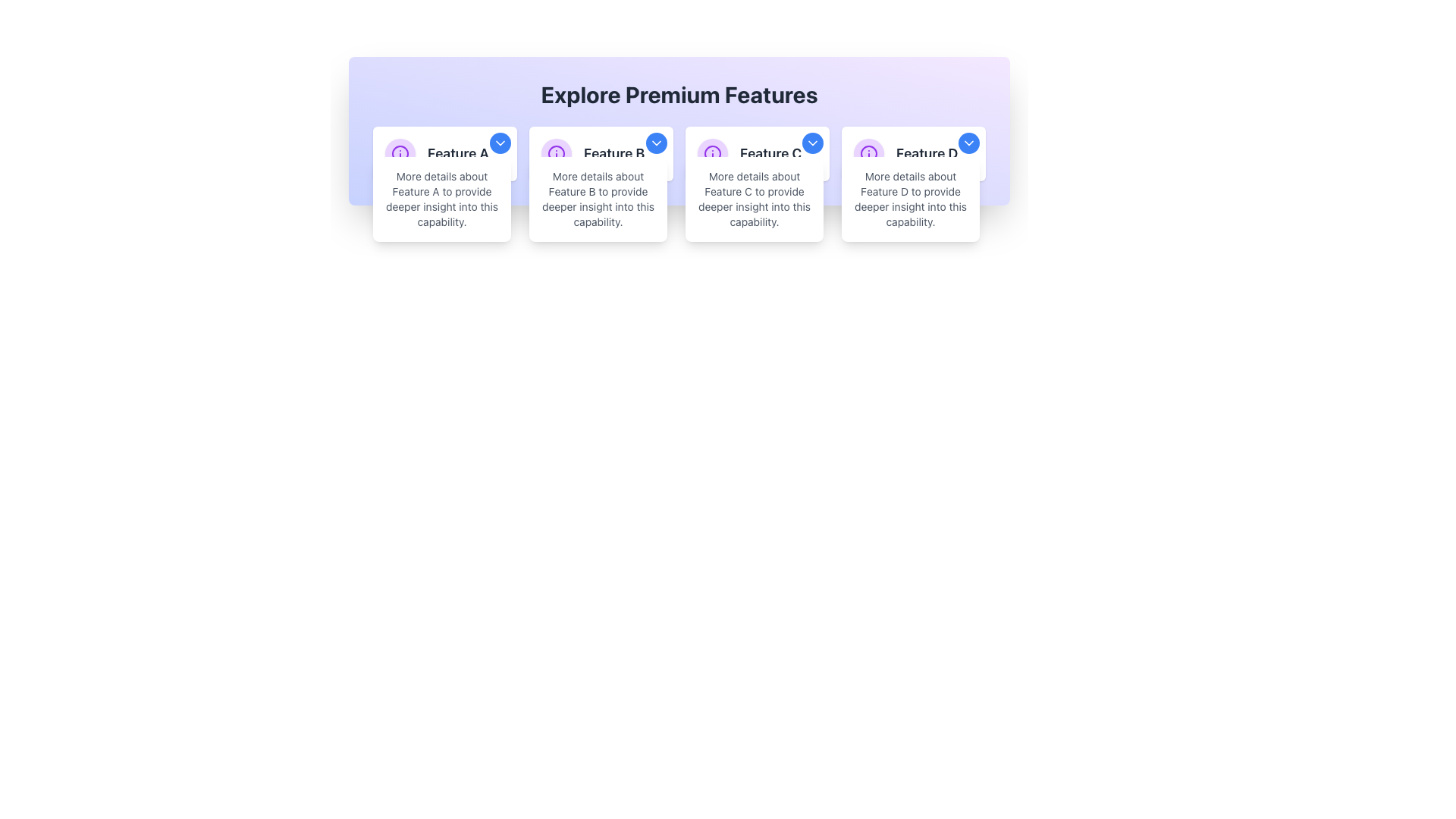 The height and width of the screenshot is (819, 1456). Describe the element at coordinates (600, 154) in the screenshot. I see `the static text element displaying the phrase 'Feature B', which is bold and dark gray, located in the second card of a horizontal layout, between a lavender icon and a blue badge` at that location.